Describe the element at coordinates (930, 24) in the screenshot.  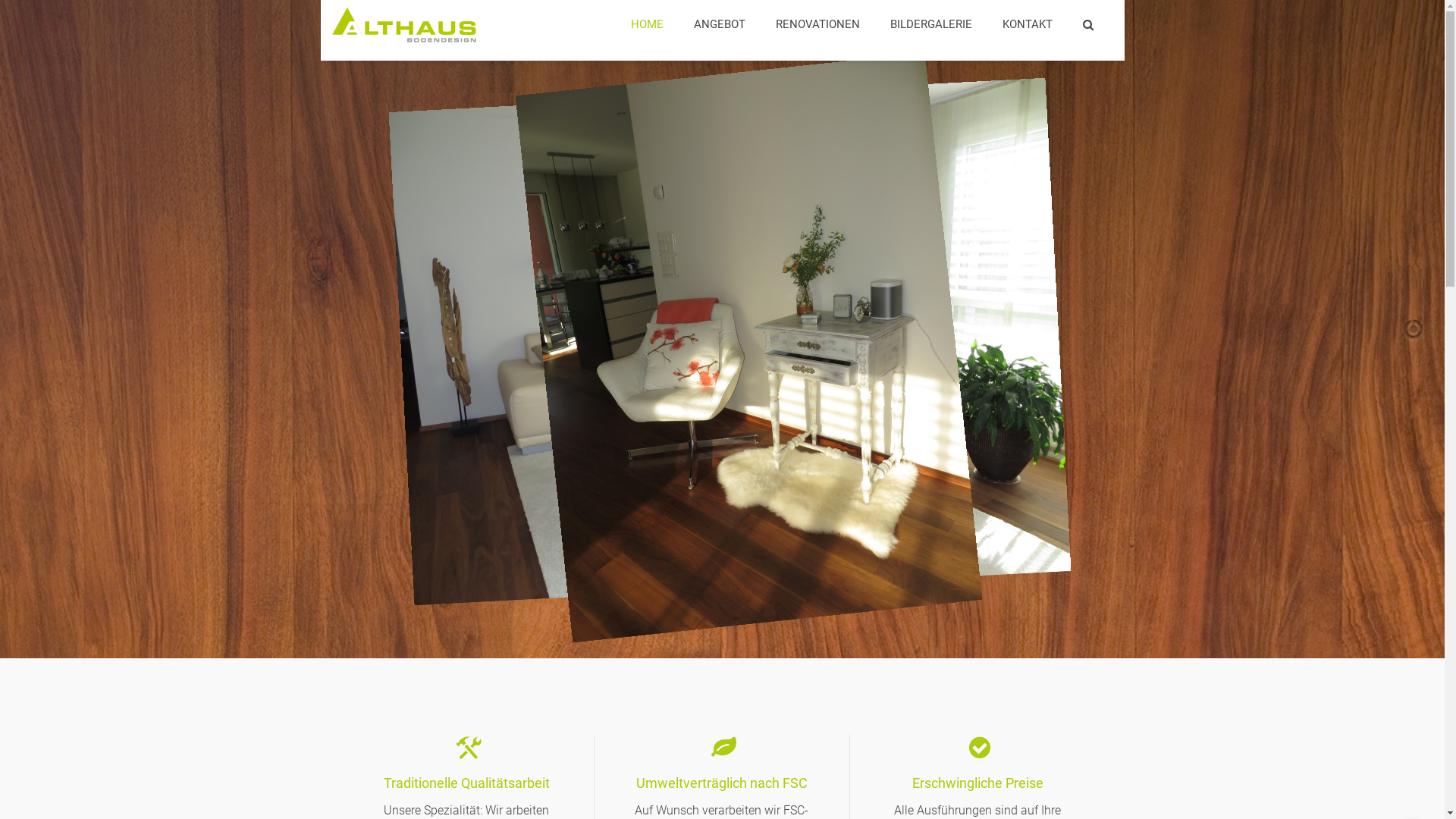
I see `'BILDERGALERIE'` at that location.